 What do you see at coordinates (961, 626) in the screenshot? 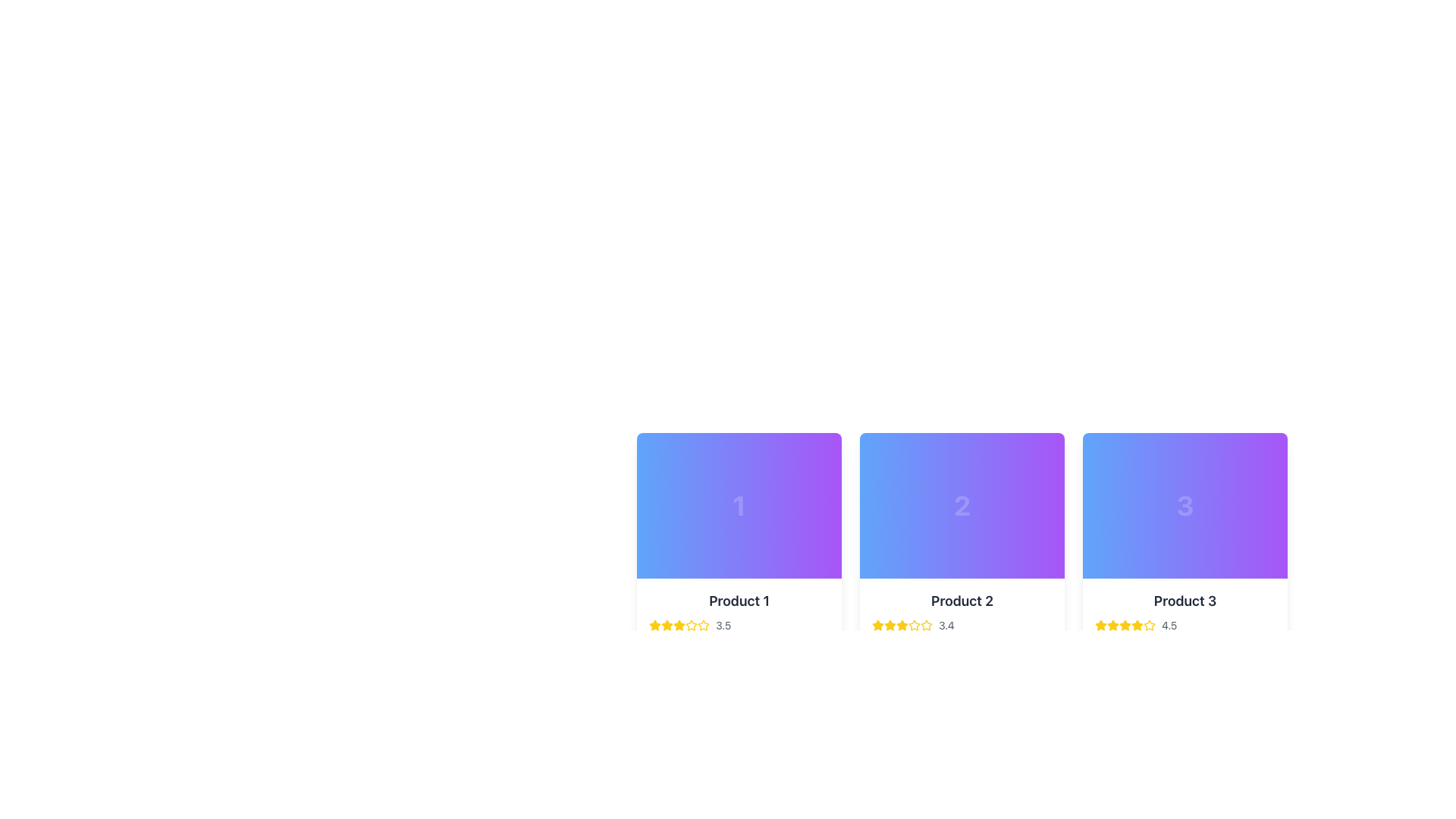
I see `the product display panel located in the middle of the row of three cards` at bounding box center [961, 626].